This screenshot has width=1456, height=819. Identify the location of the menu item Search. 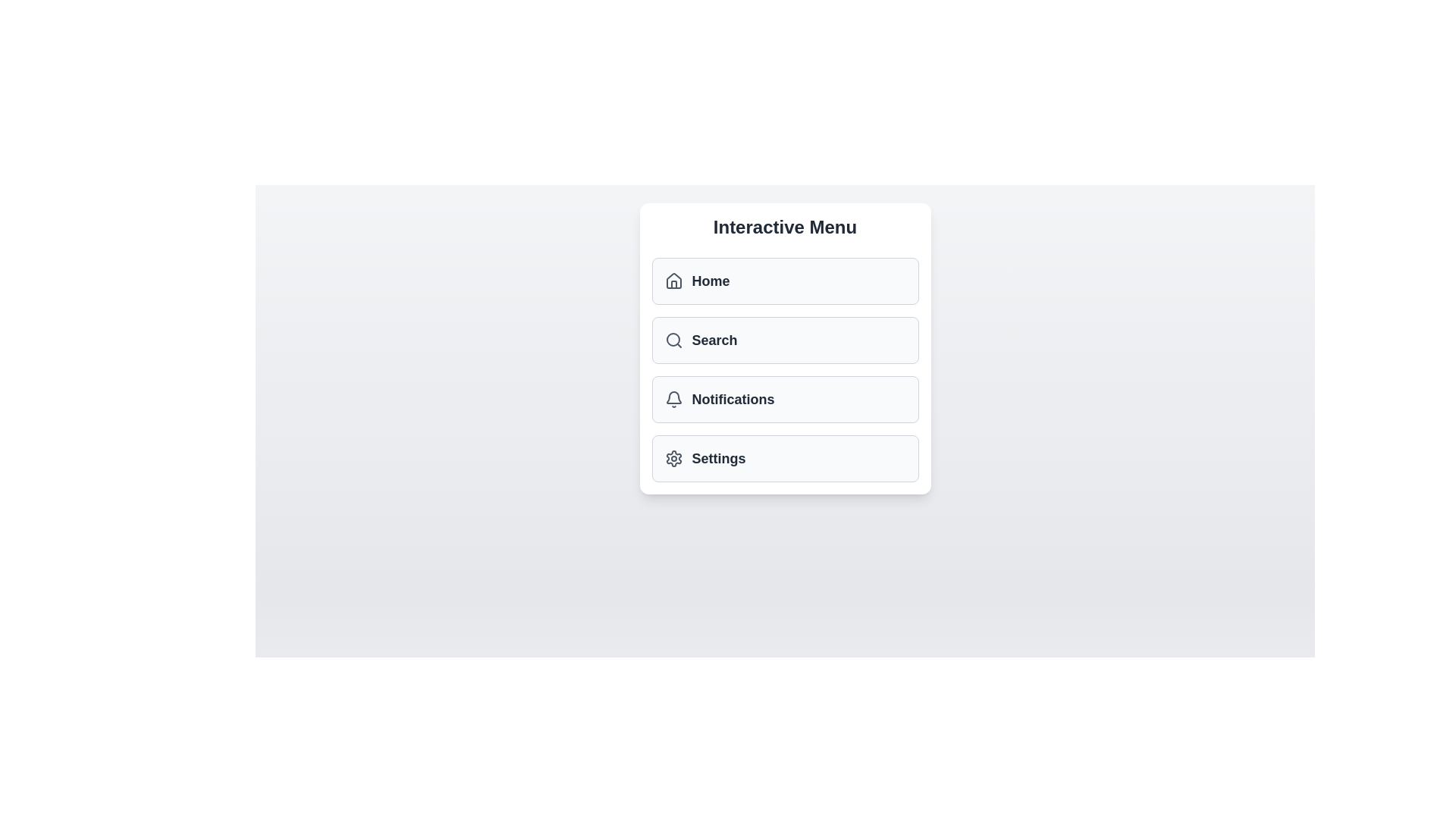
(785, 339).